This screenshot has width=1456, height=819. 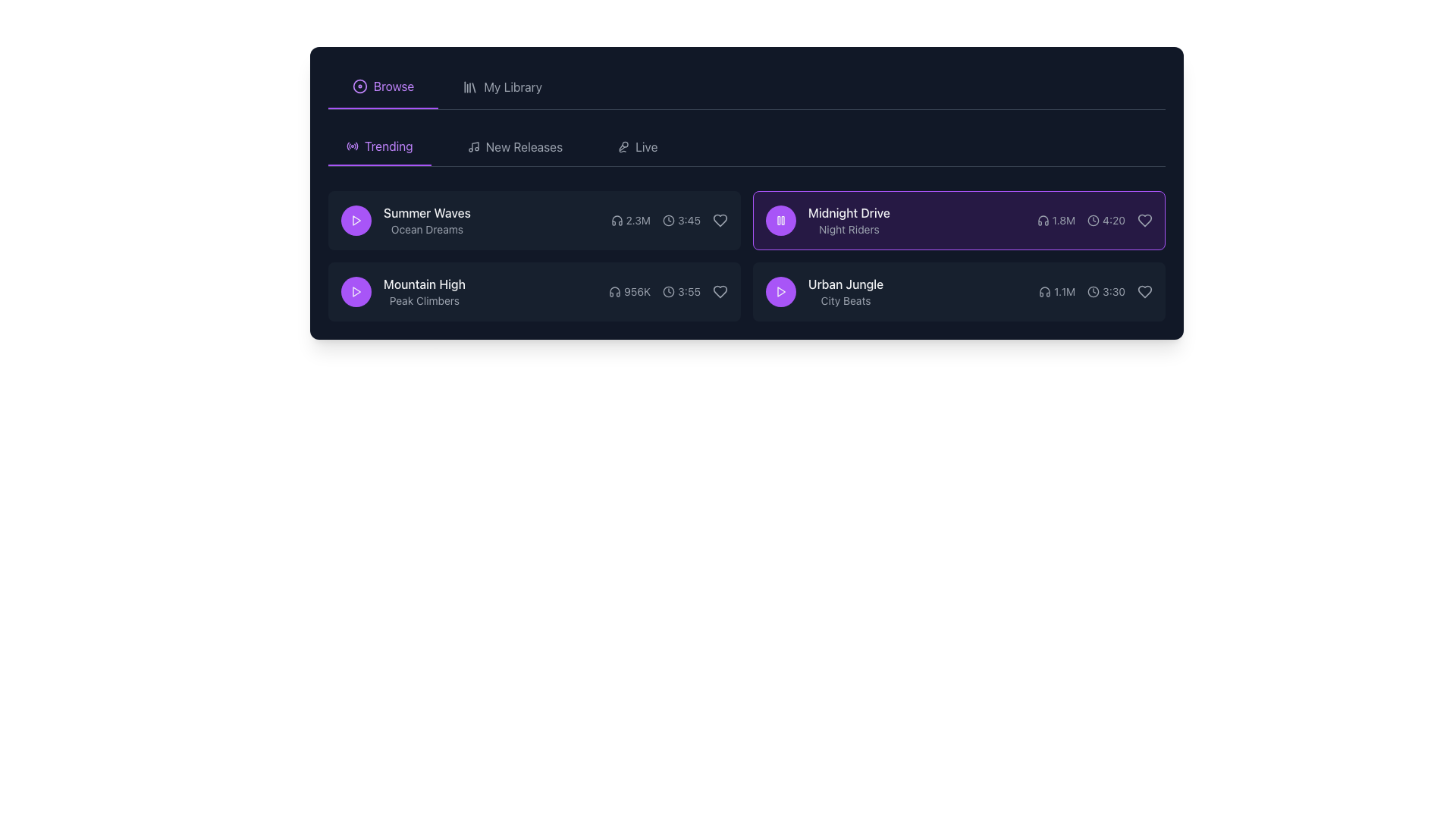 What do you see at coordinates (848, 213) in the screenshot?
I see `text label displaying 'Midnight Drive' which is styled in white font against a dark purple background, located in the upper section of the song item card` at bounding box center [848, 213].